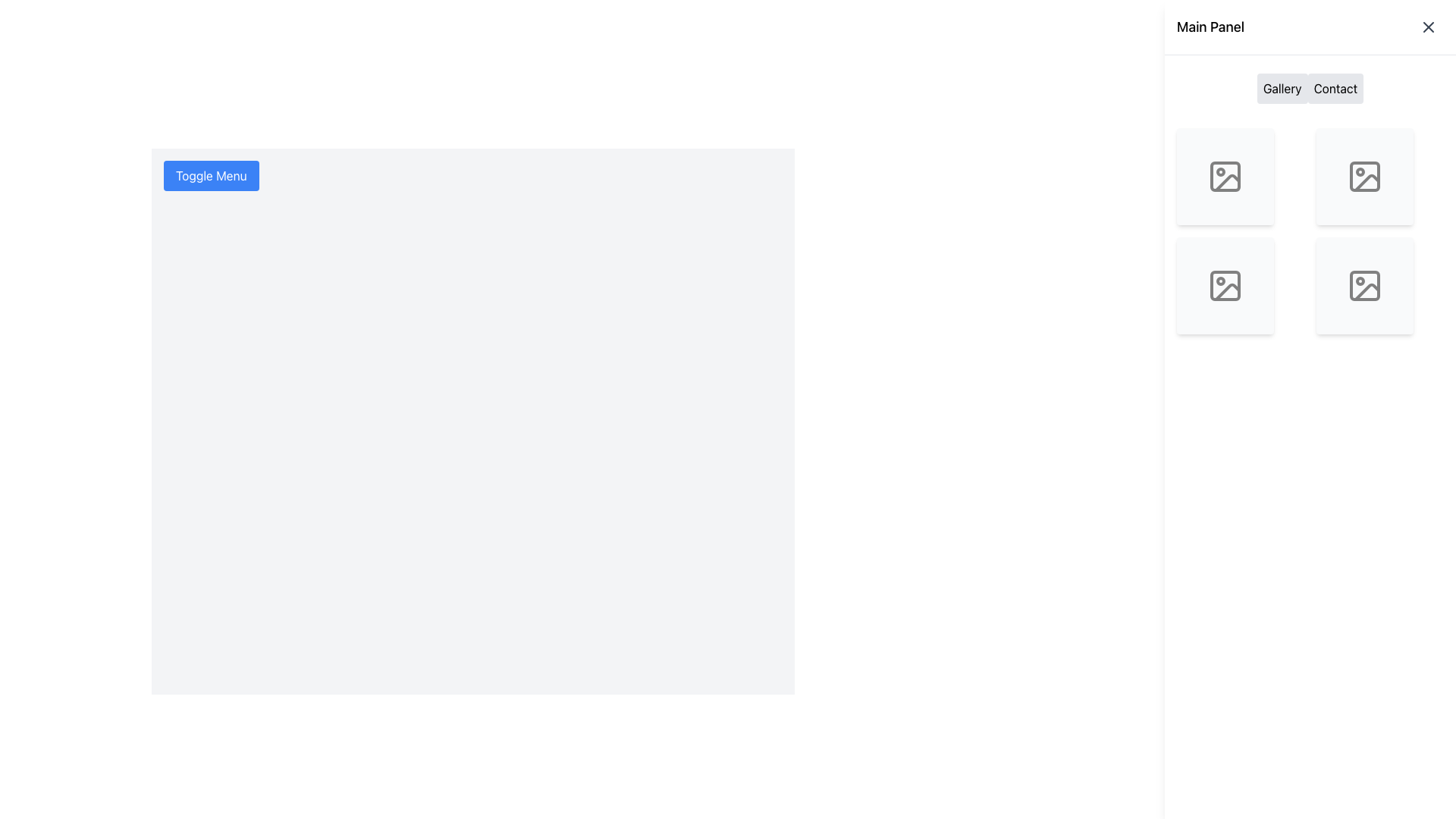 The height and width of the screenshot is (819, 1456). Describe the element at coordinates (1365, 175) in the screenshot. I see `the image or gallery icon located in the second column of the top row within a 2x2 grid in the center-right section of the 'Main Panel'` at that location.